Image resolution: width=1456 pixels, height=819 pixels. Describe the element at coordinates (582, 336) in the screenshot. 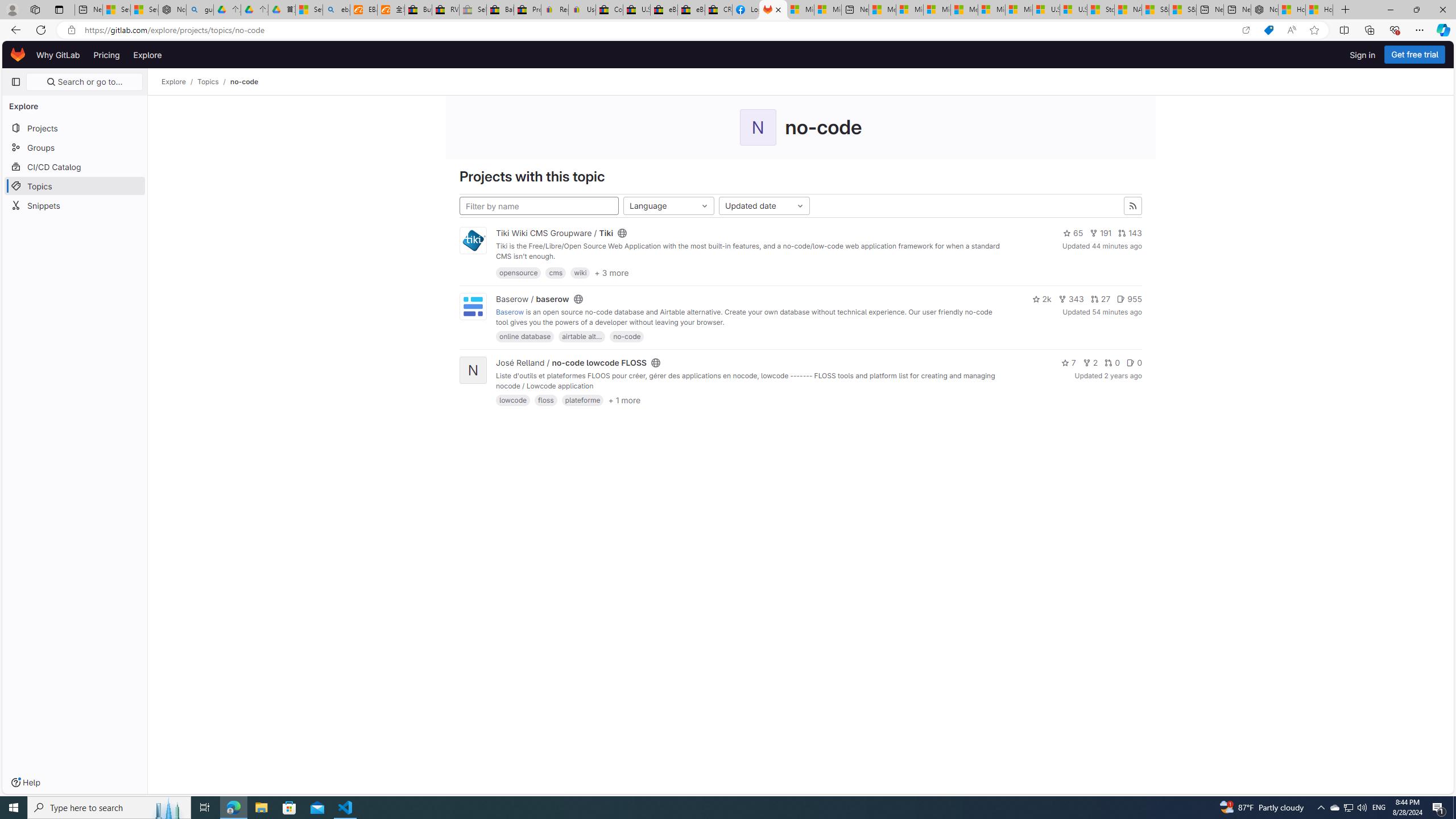

I see `'airtable alt...'` at that location.